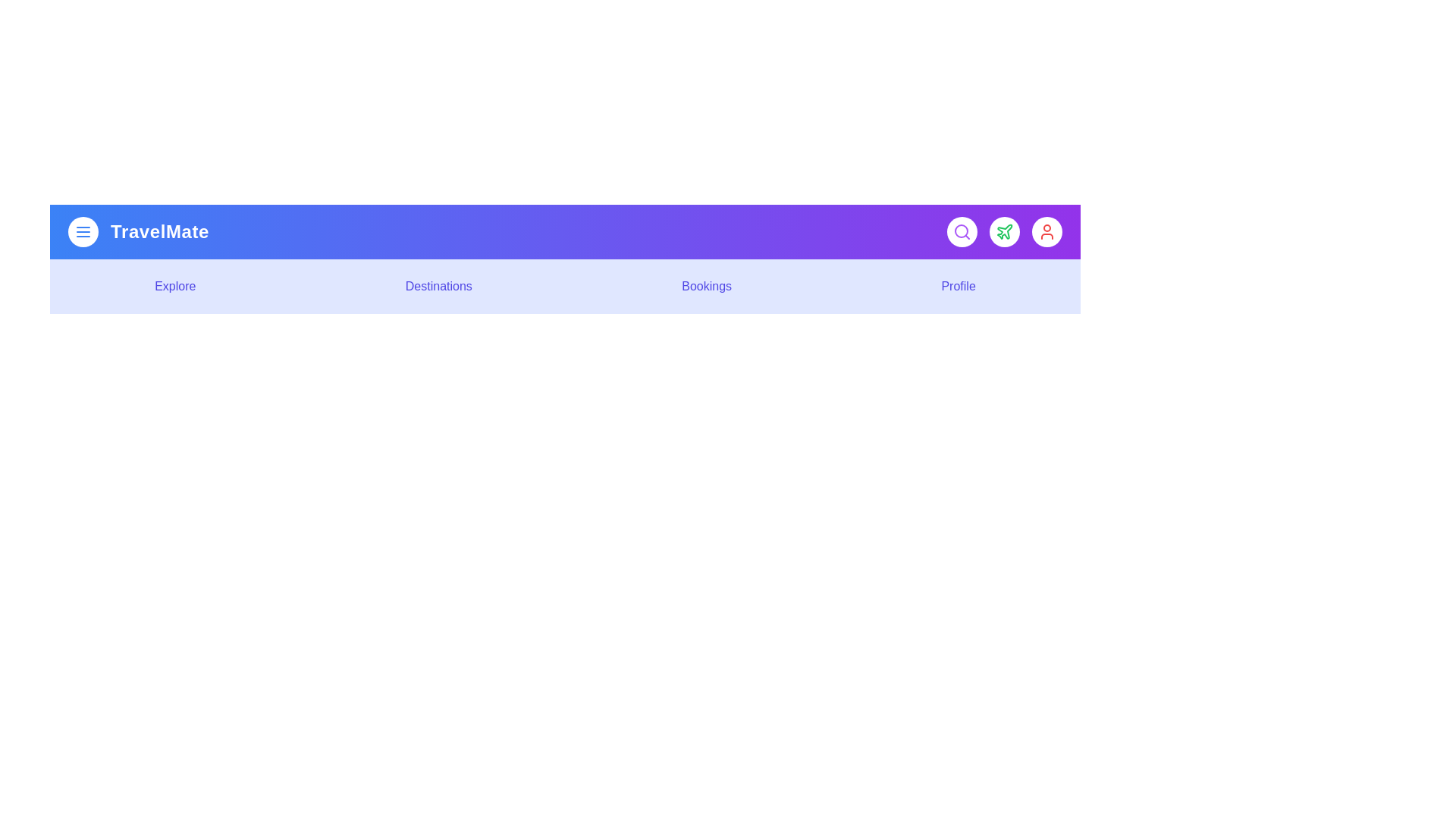 The height and width of the screenshot is (819, 1456). Describe the element at coordinates (957, 287) in the screenshot. I see `the interactive element Profile Menu Item to observe visual feedback` at that location.